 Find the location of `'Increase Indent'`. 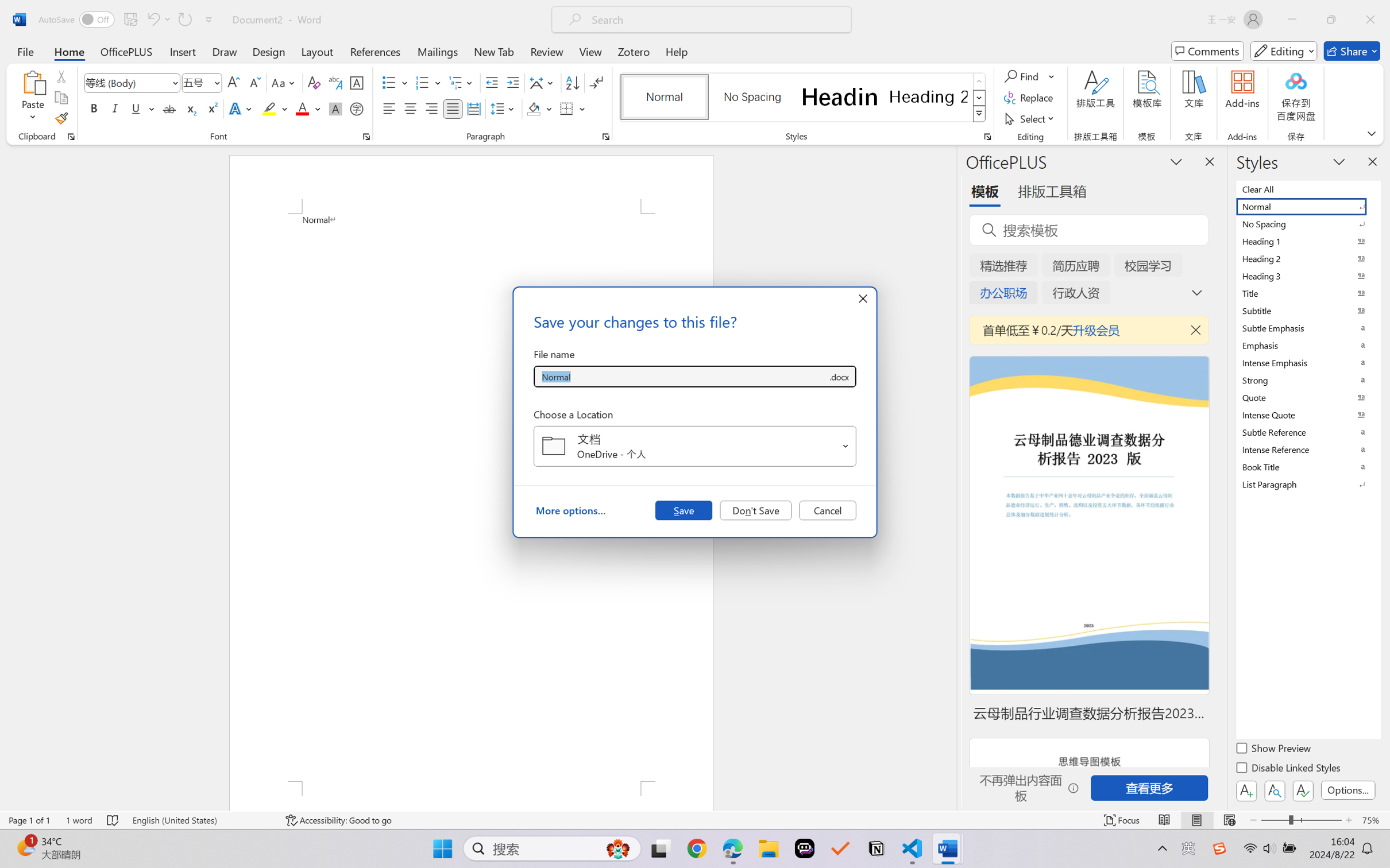

'Increase Indent' is located at coordinates (512, 83).